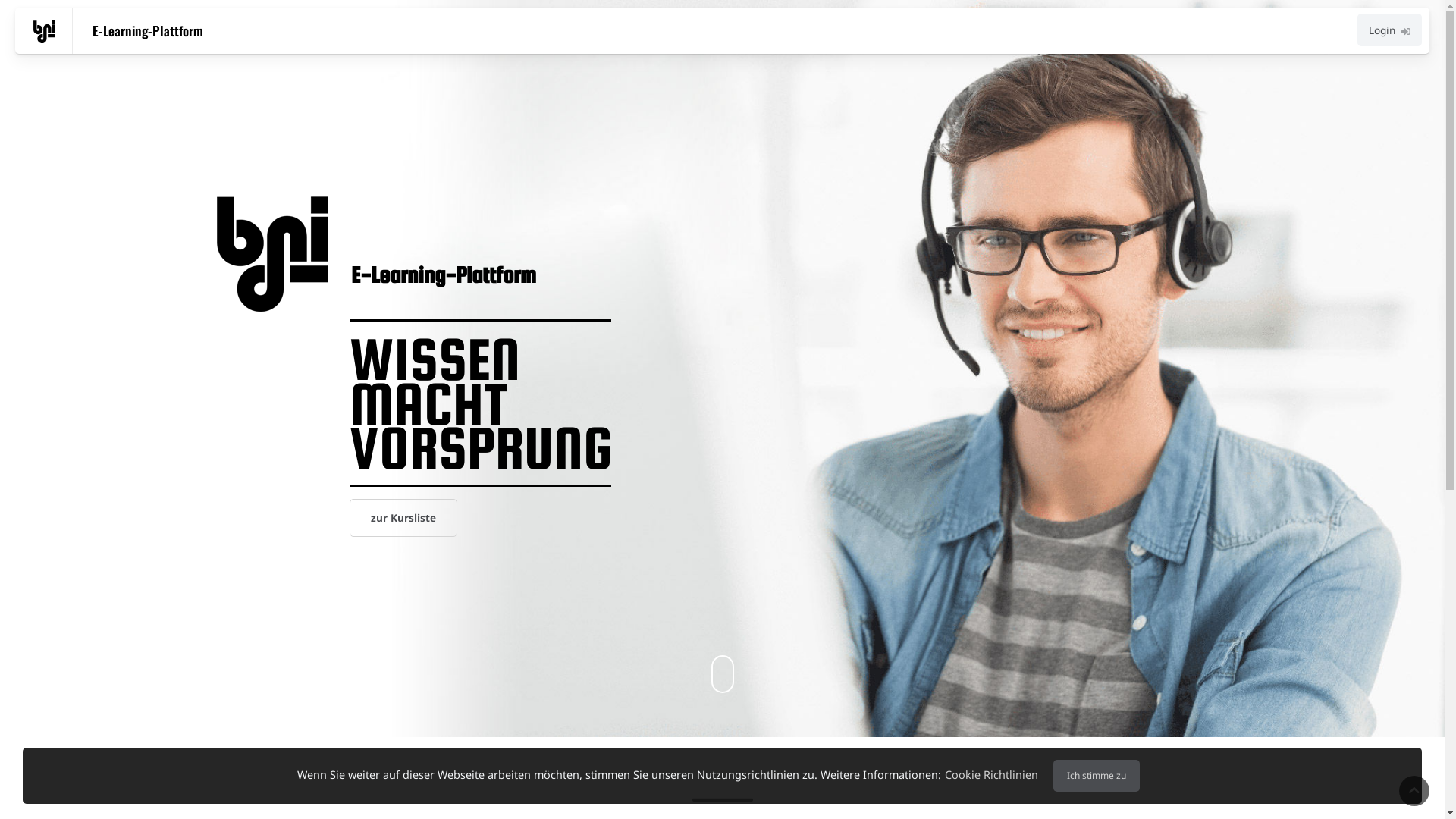 The image size is (1456, 819). Describe the element at coordinates (1389, 30) in the screenshot. I see `'Login'` at that location.